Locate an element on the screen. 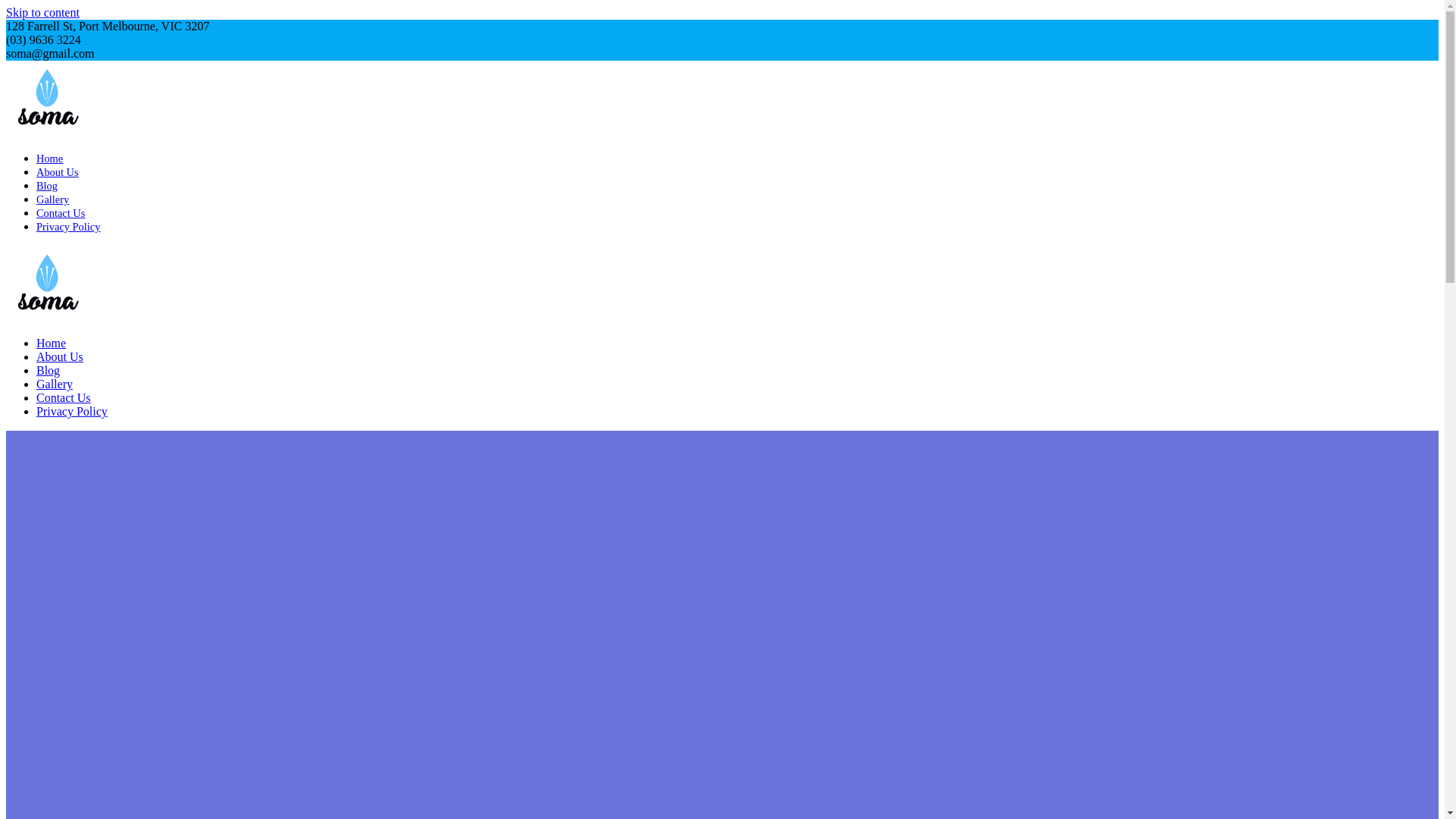 The height and width of the screenshot is (819, 1456). 'About Us' is located at coordinates (58, 171).